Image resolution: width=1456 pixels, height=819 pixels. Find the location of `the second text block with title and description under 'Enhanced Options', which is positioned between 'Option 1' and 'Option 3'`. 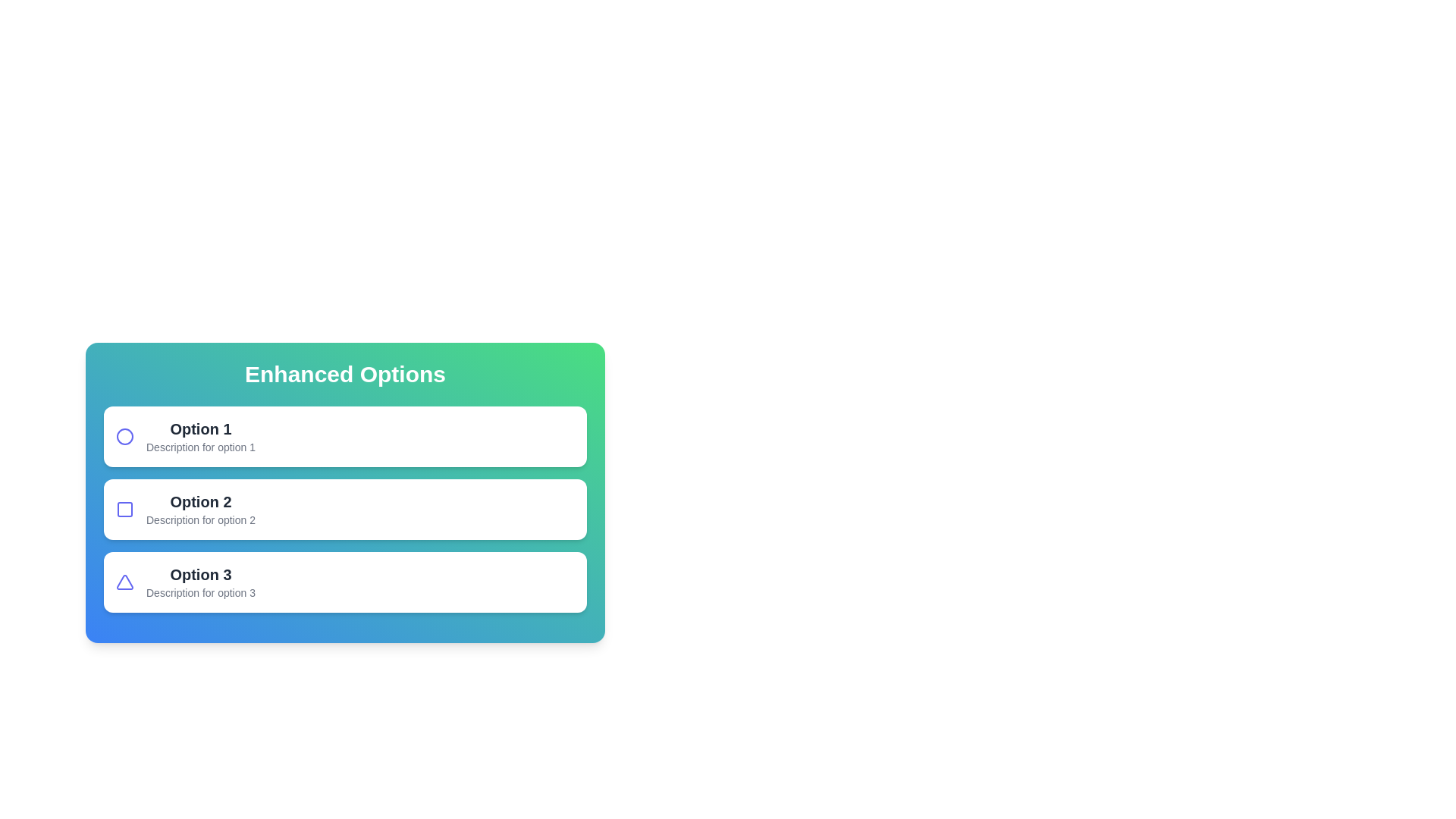

the second text block with title and description under 'Enhanced Options', which is positioned between 'Option 1' and 'Option 3' is located at coordinates (199, 509).